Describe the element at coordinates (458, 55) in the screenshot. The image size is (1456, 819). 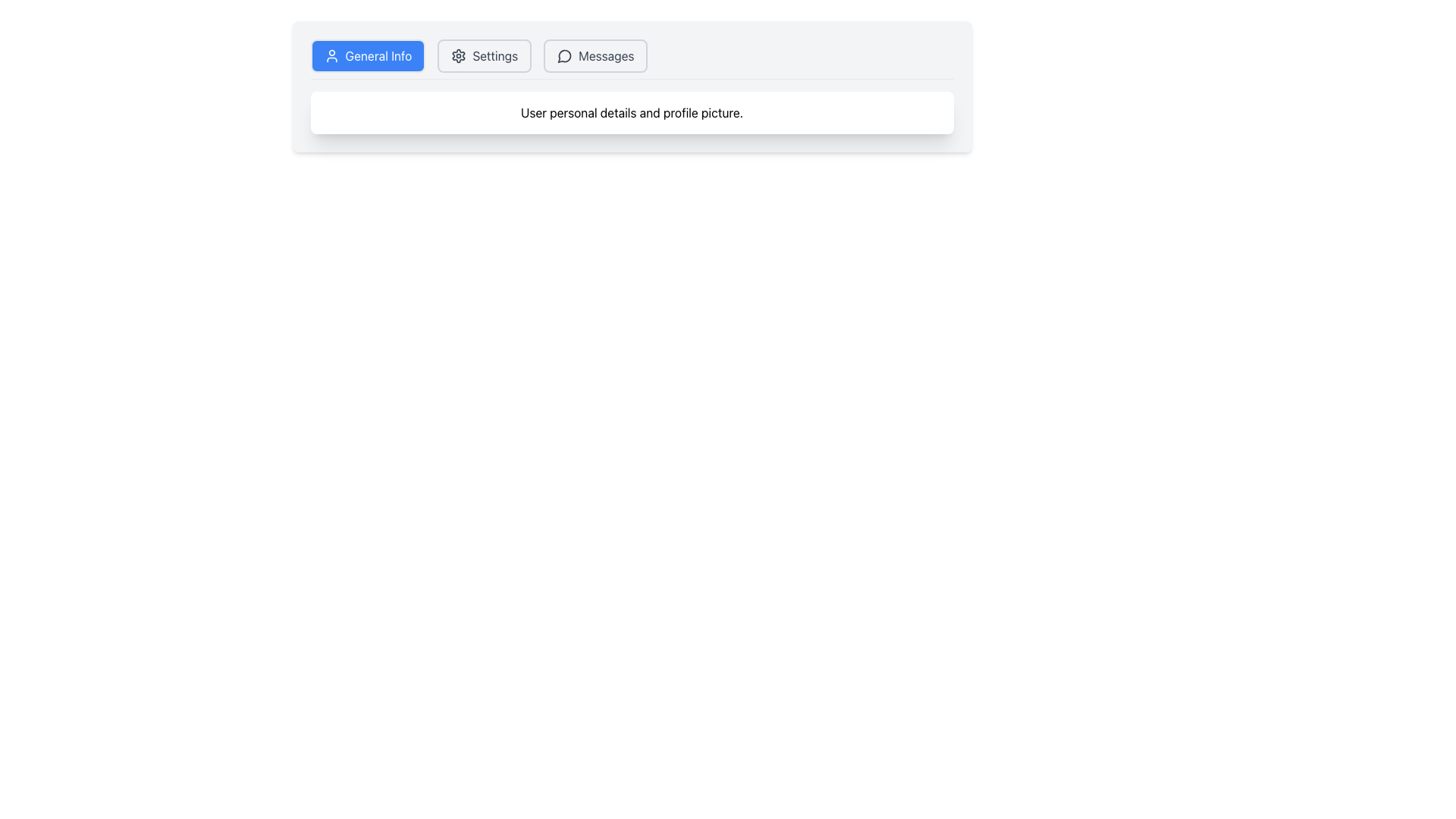
I see `the gear icon that represents the settings option in the interface, which is located to the left of the 'Settings' text label` at that location.